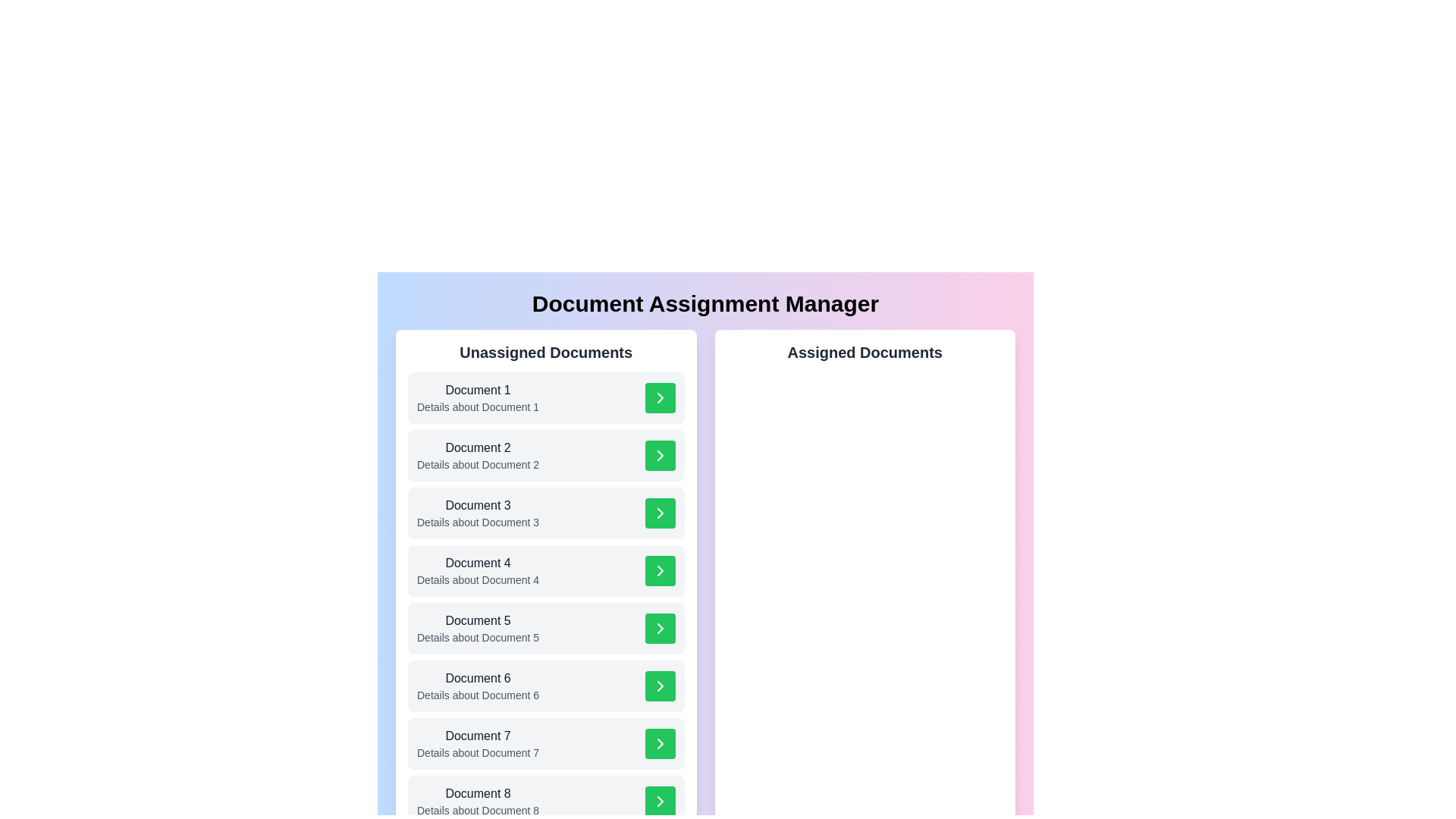 The height and width of the screenshot is (819, 1456). I want to click on the text label displaying 'Details about Document 8' located below the title 'Document 8' in the 'Unassigned Documents' section, so click(477, 809).